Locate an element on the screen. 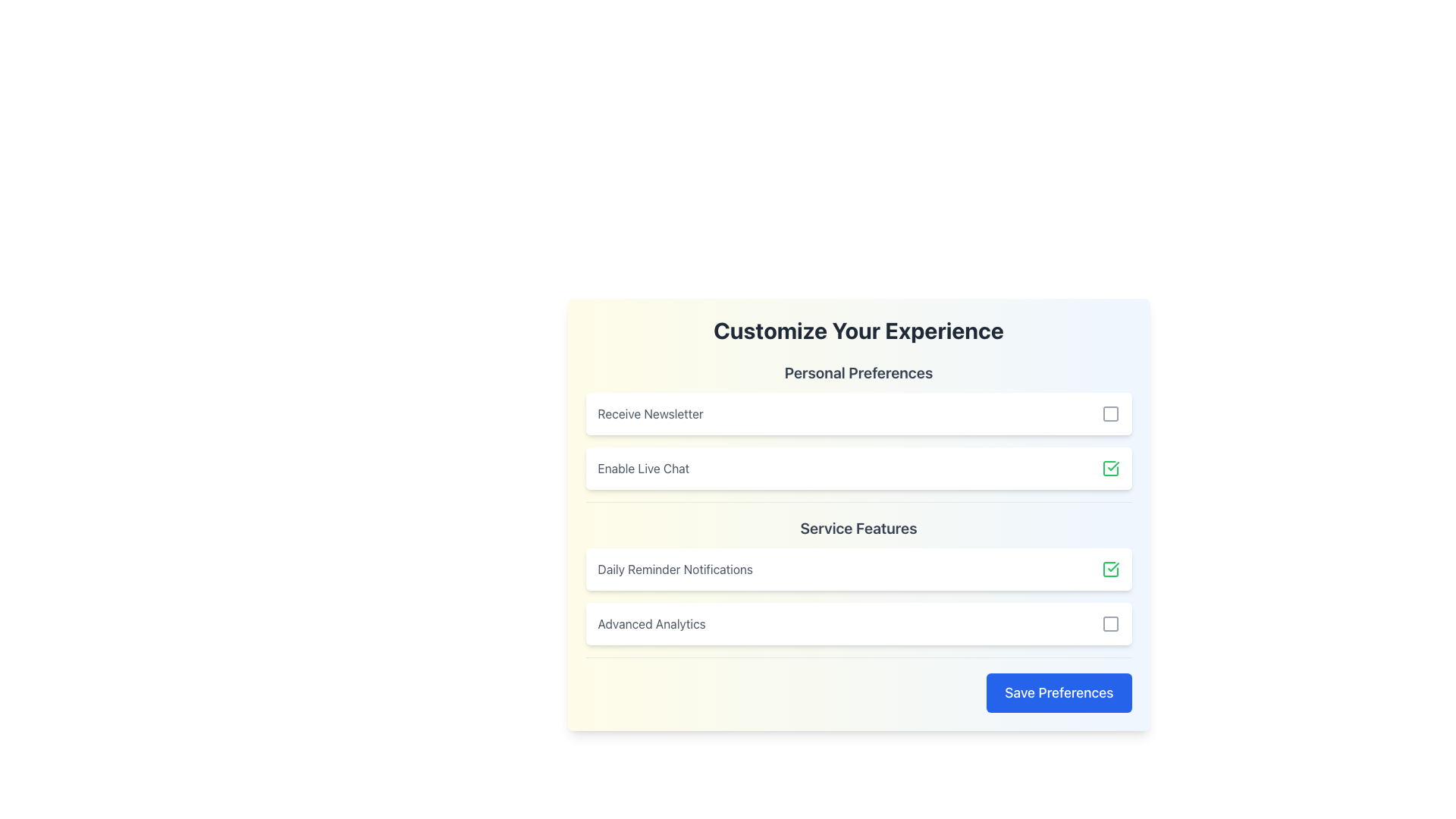 Image resolution: width=1456 pixels, height=819 pixels. the checkboxes in the preference selection interface below the 'Customize Your Experience' title is located at coordinates (858, 432).